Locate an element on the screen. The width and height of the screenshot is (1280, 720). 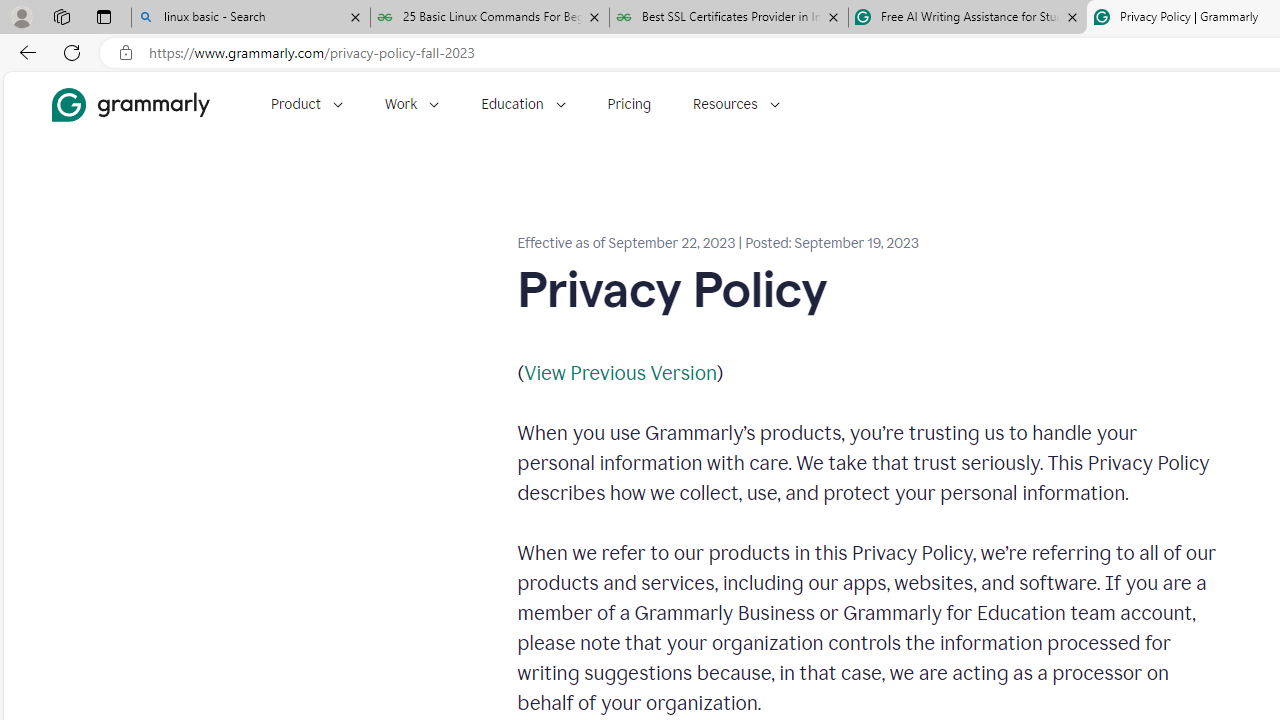
'Best SSL Certificates Provider in India - GeeksforGeeks' is located at coordinates (728, 17).